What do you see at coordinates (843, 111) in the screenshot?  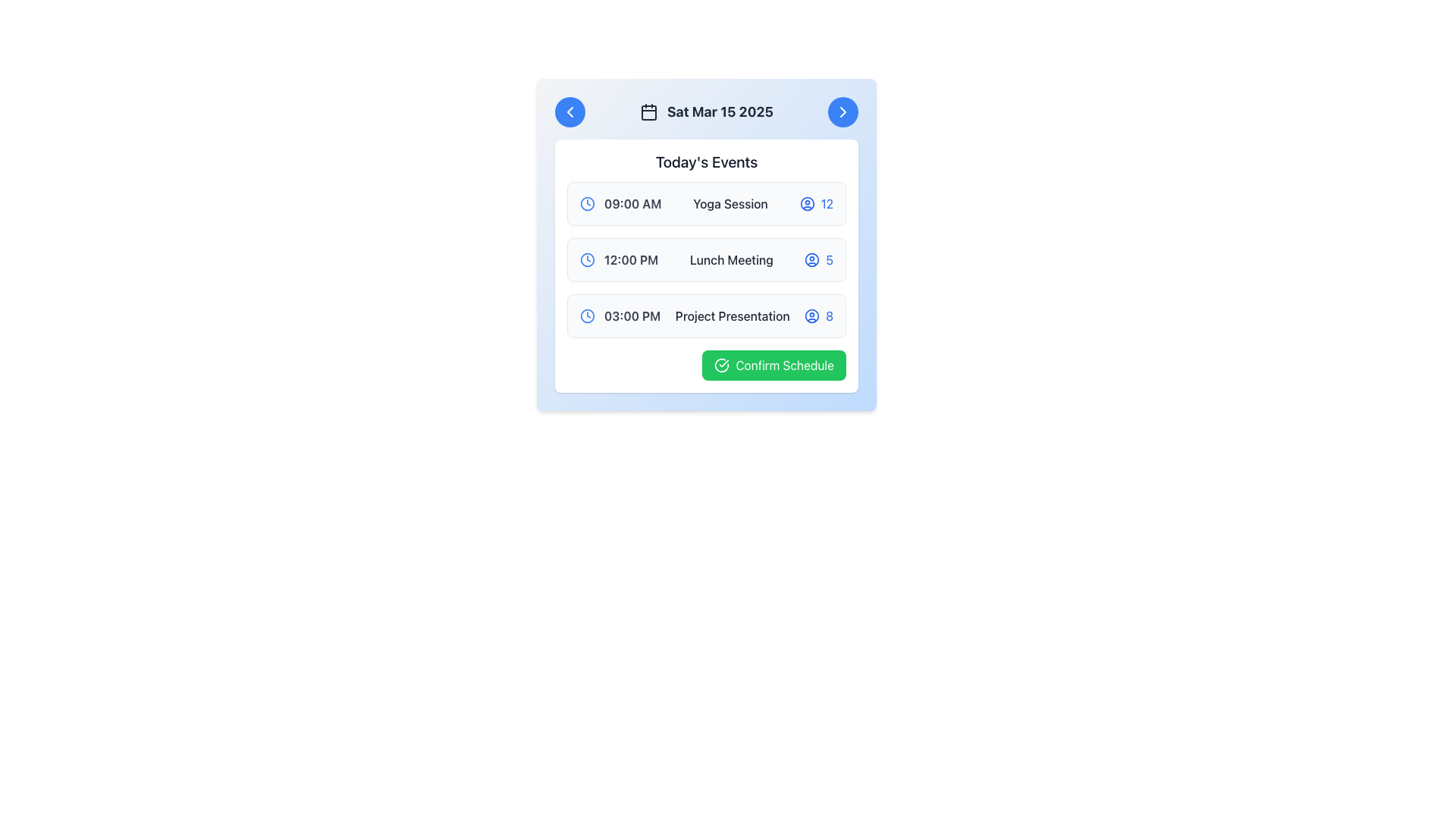 I see `the right-pointing chevron icon located in the top-right corner of the card interface to trigger a tooltip or visual effect` at bounding box center [843, 111].